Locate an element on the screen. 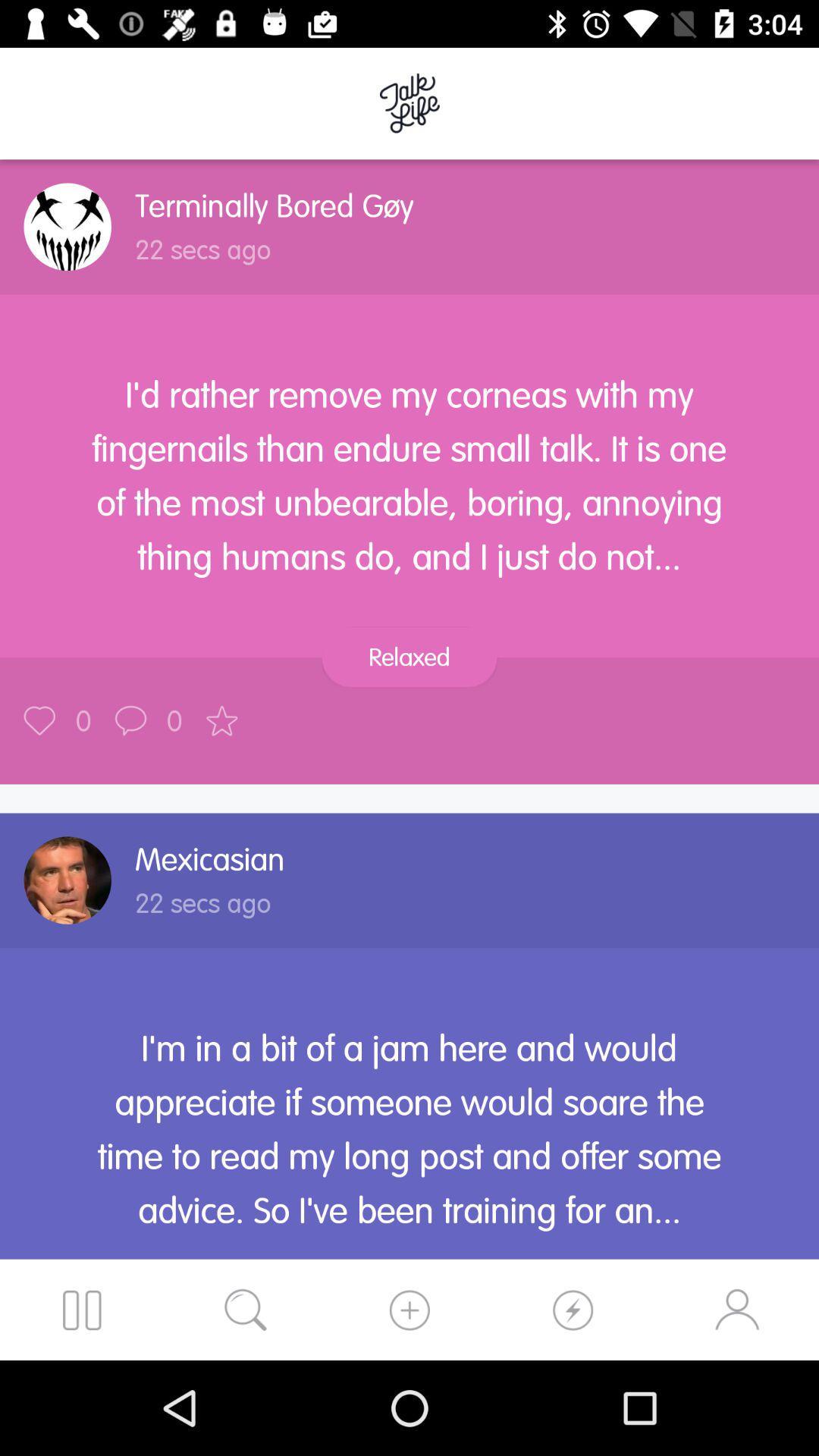 The width and height of the screenshot is (819, 1456). the swap icon is located at coordinates (409, 1309).